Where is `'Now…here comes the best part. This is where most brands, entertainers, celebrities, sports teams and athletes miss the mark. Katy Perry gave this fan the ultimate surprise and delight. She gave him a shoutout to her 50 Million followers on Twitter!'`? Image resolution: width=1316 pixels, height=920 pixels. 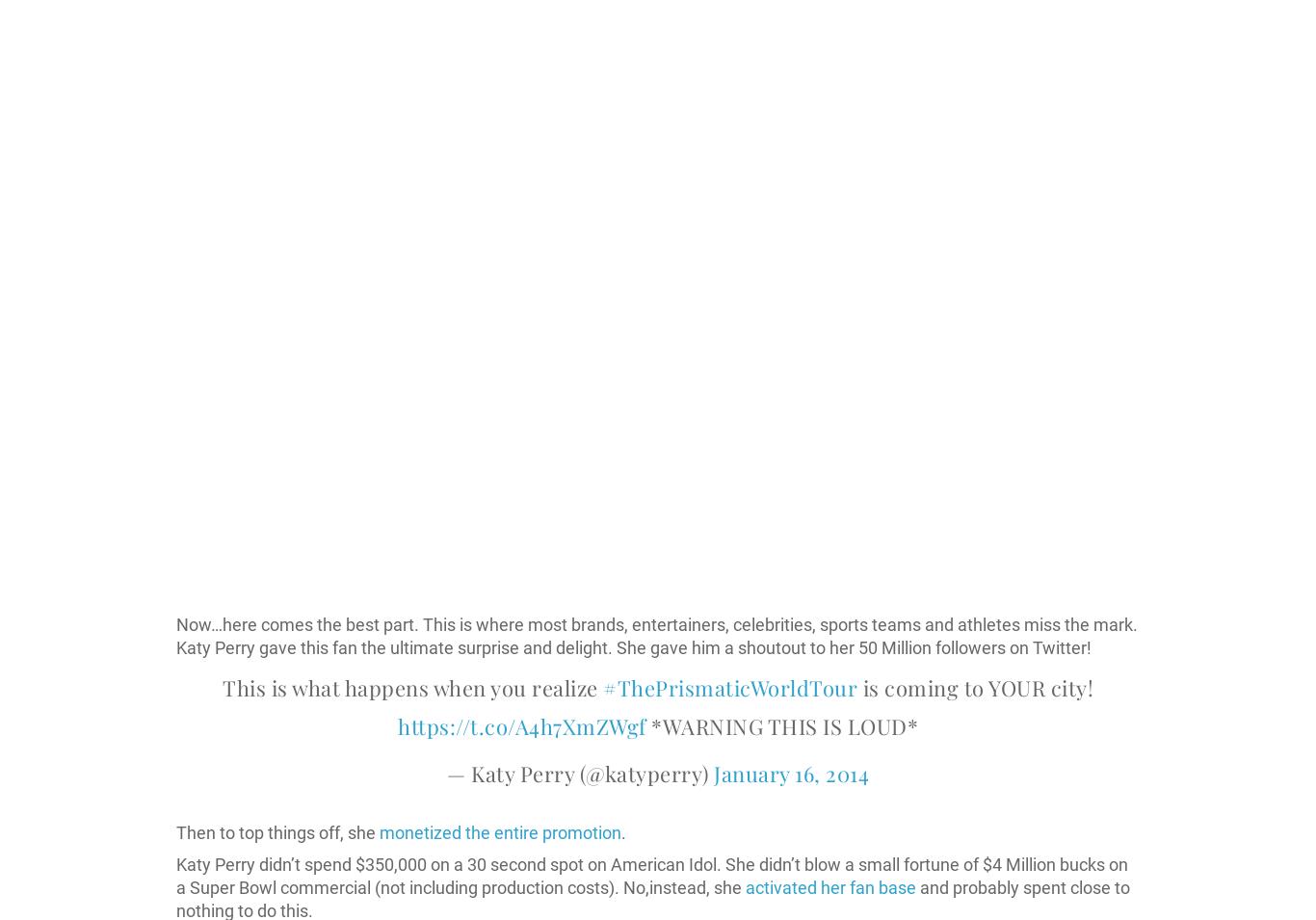
'Now…here comes the best part. This is where most brands, entertainers, celebrities, sports teams and athletes miss the mark. Katy Perry gave this fan the ultimate surprise and delight. She gave him a shoutout to her 50 Million followers on Twitter!' is located at coordinates (656, 635).